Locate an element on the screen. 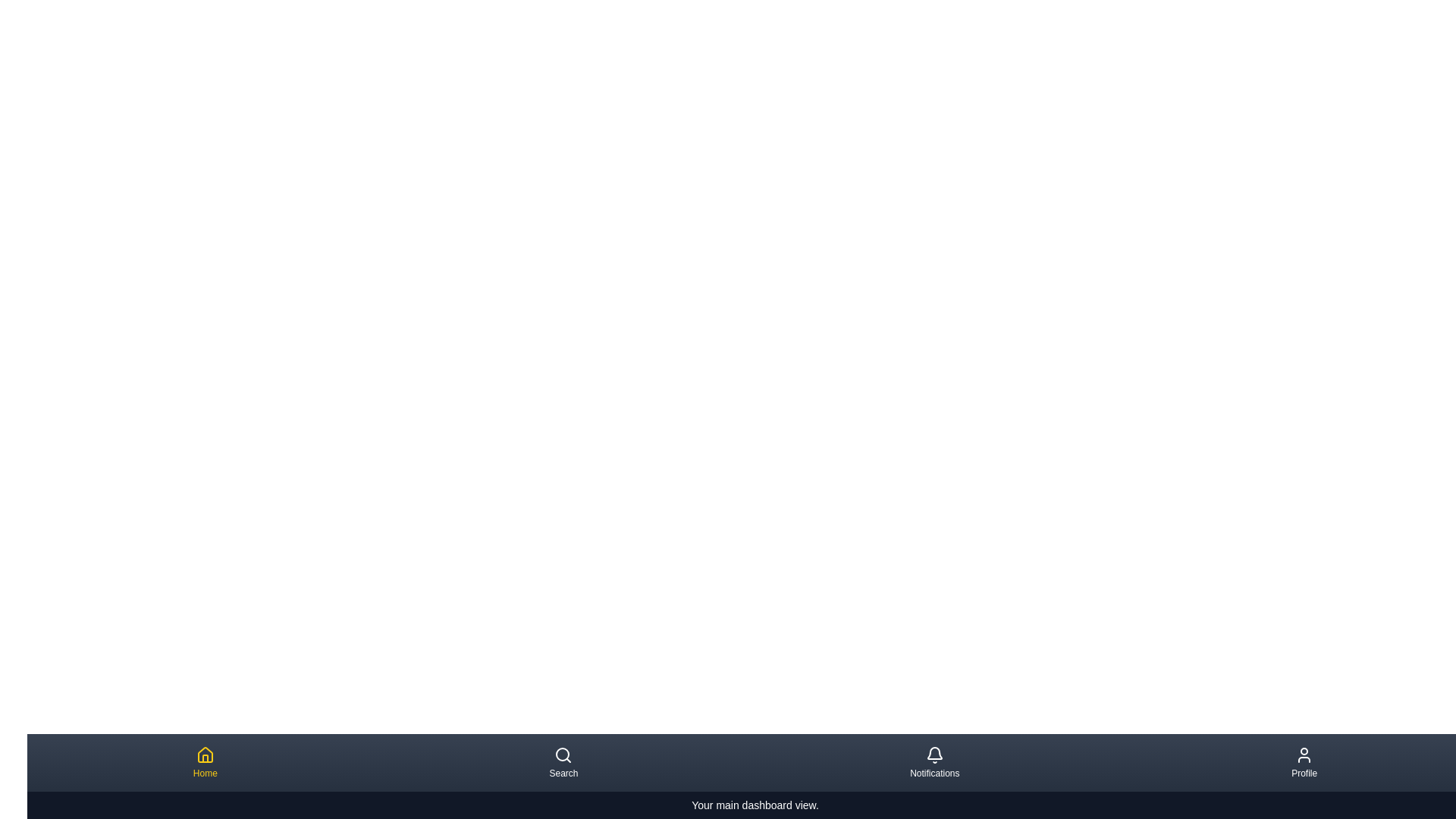 This screenshot has height=819, width=1456. the navigation item Profile by clicking on its button is located at coordinates (1303, 763).